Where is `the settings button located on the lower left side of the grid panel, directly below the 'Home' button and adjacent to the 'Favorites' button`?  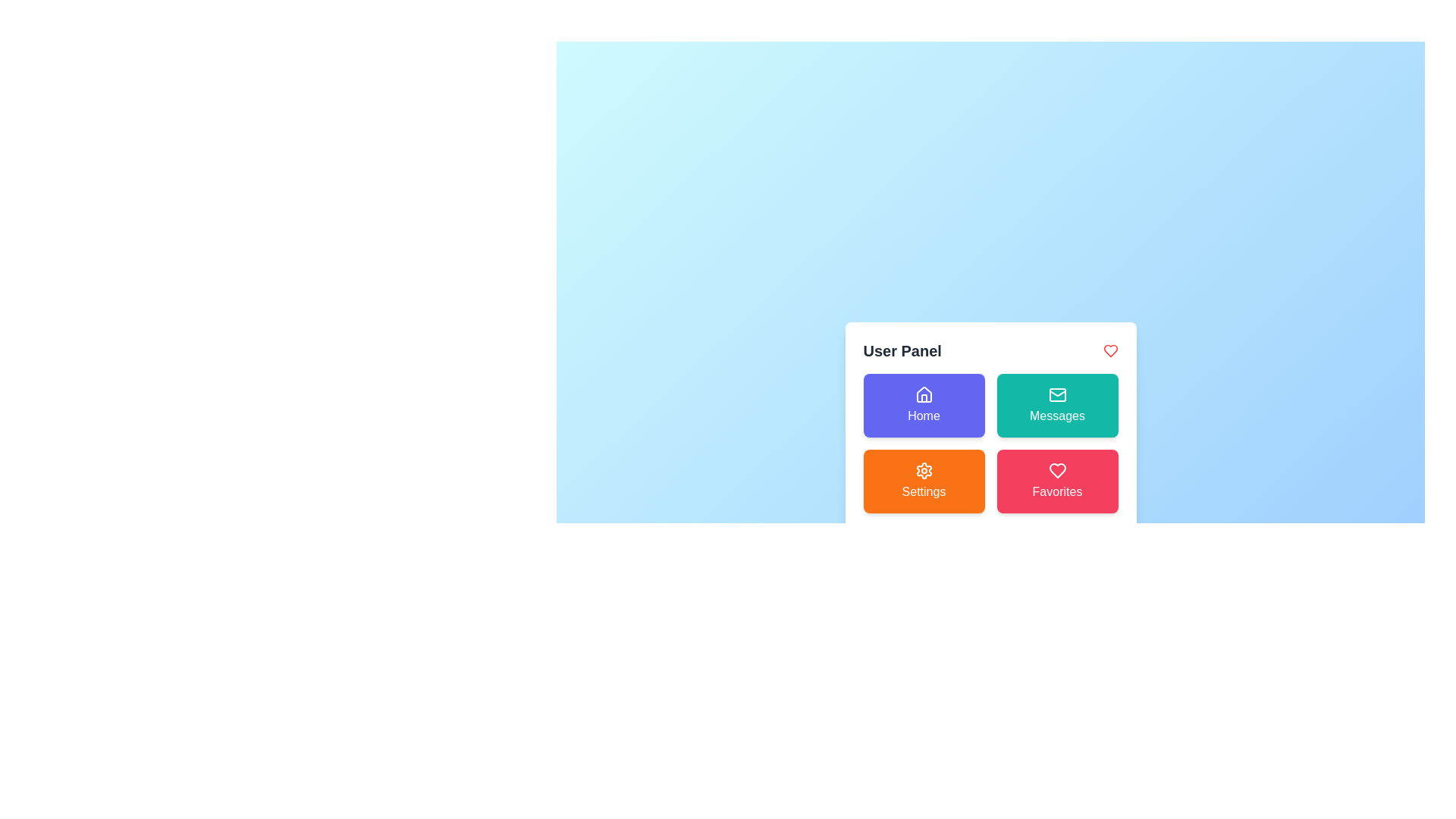 the settings button located on the lower left side of the grid panel, directly below the 'Home' button and adjacent to the 'Favorites' button is located at coordinates (923, 482).